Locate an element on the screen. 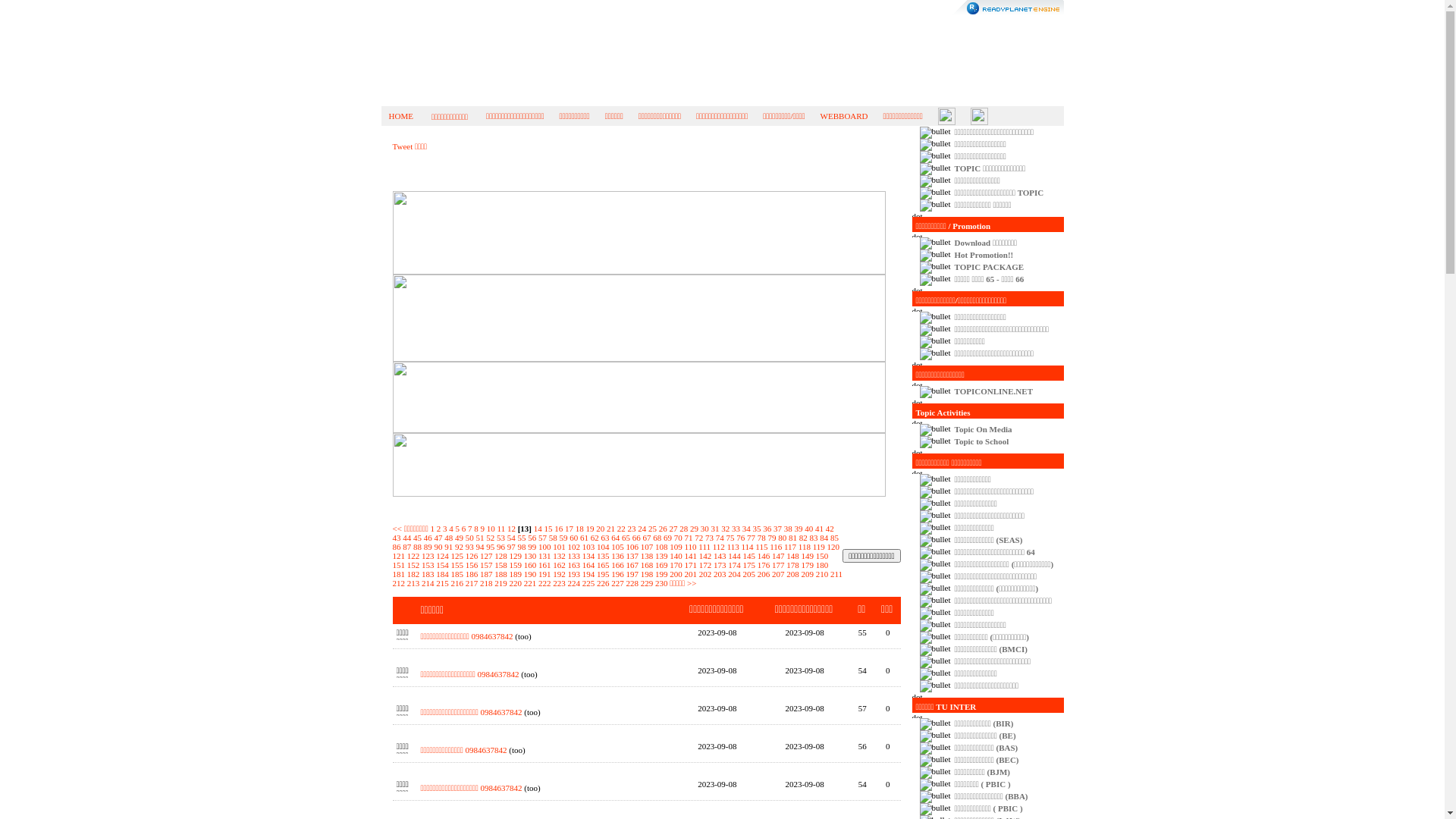  '54' is located at coordinates (511, 537).